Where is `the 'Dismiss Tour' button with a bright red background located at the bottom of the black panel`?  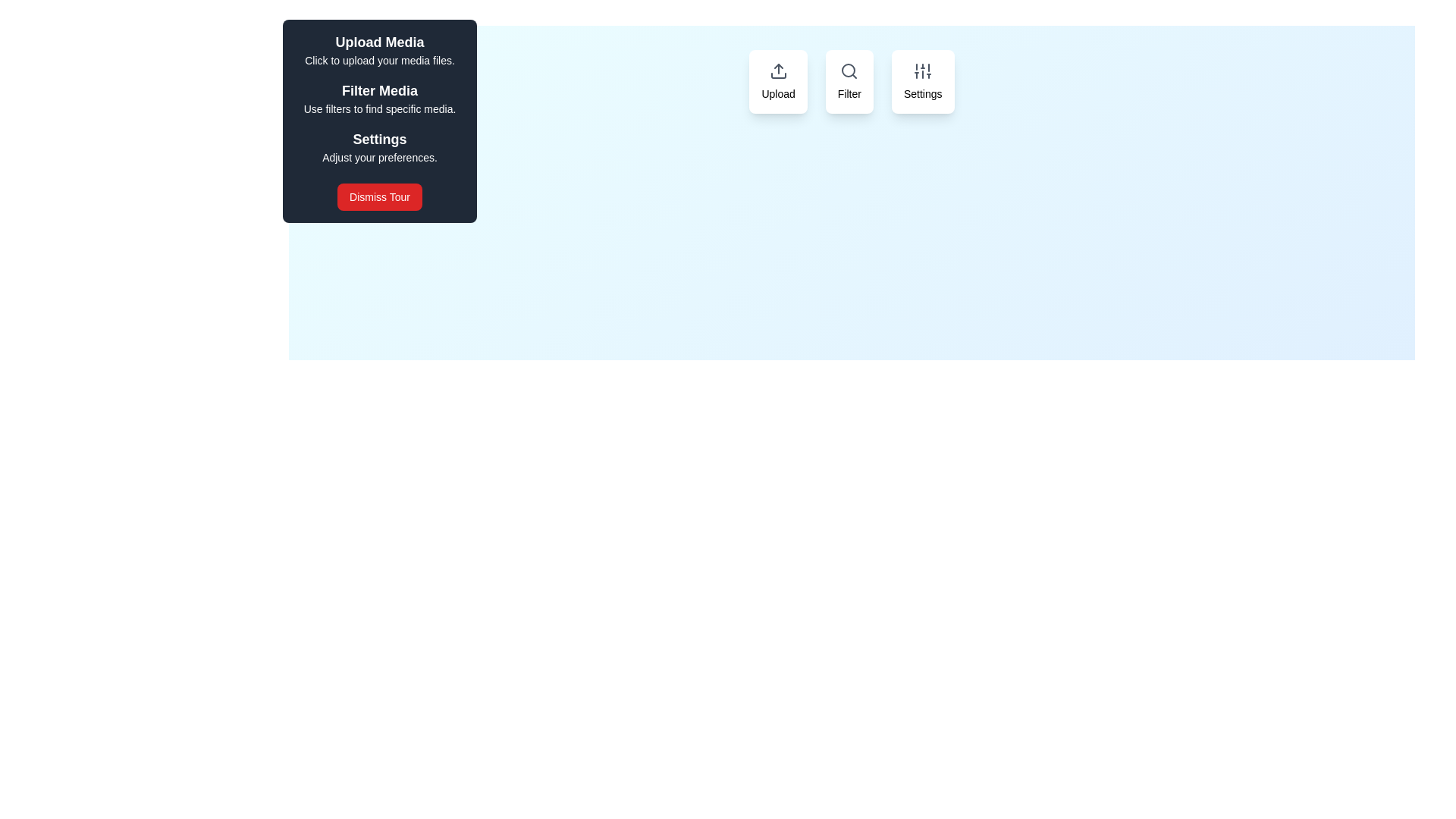 the 'Dismiss Tour' button with a bright red background located at the bottom of the black panel is located at coordinates (379, 196).